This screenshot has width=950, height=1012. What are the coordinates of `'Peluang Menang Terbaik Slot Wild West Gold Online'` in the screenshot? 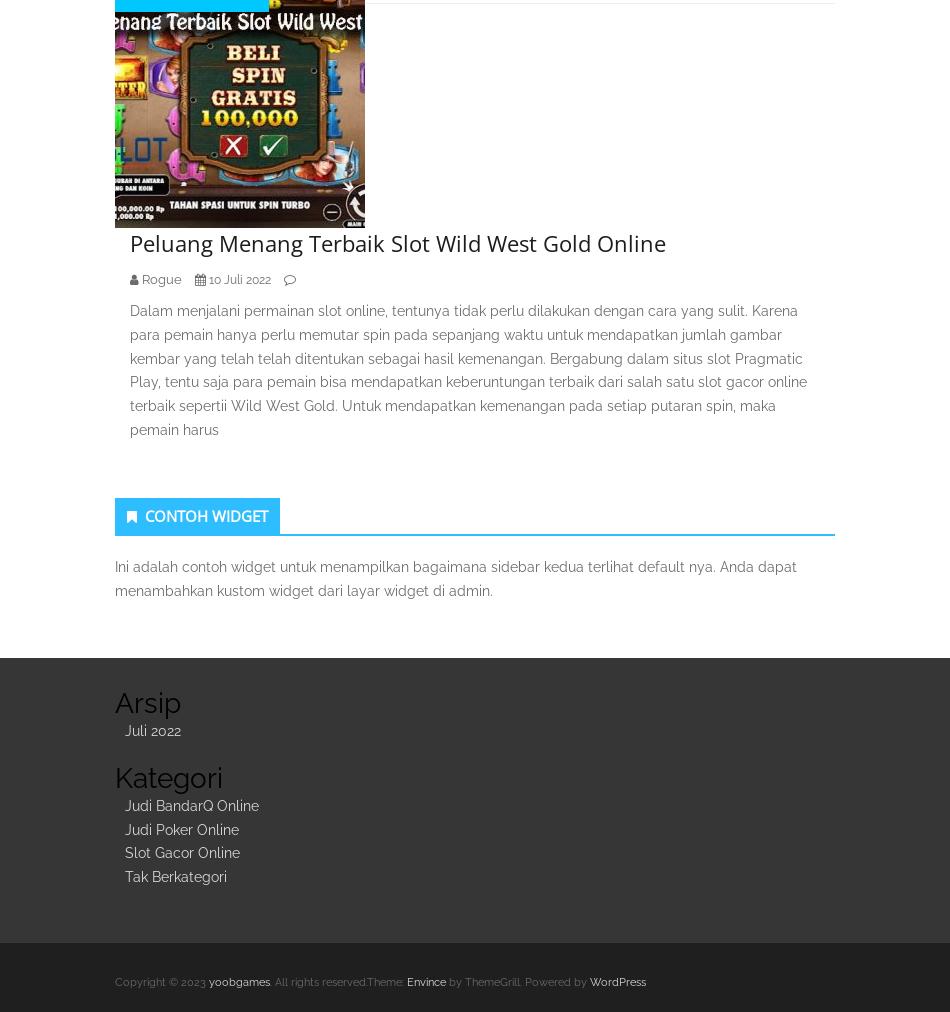 It's located at (396, 242).